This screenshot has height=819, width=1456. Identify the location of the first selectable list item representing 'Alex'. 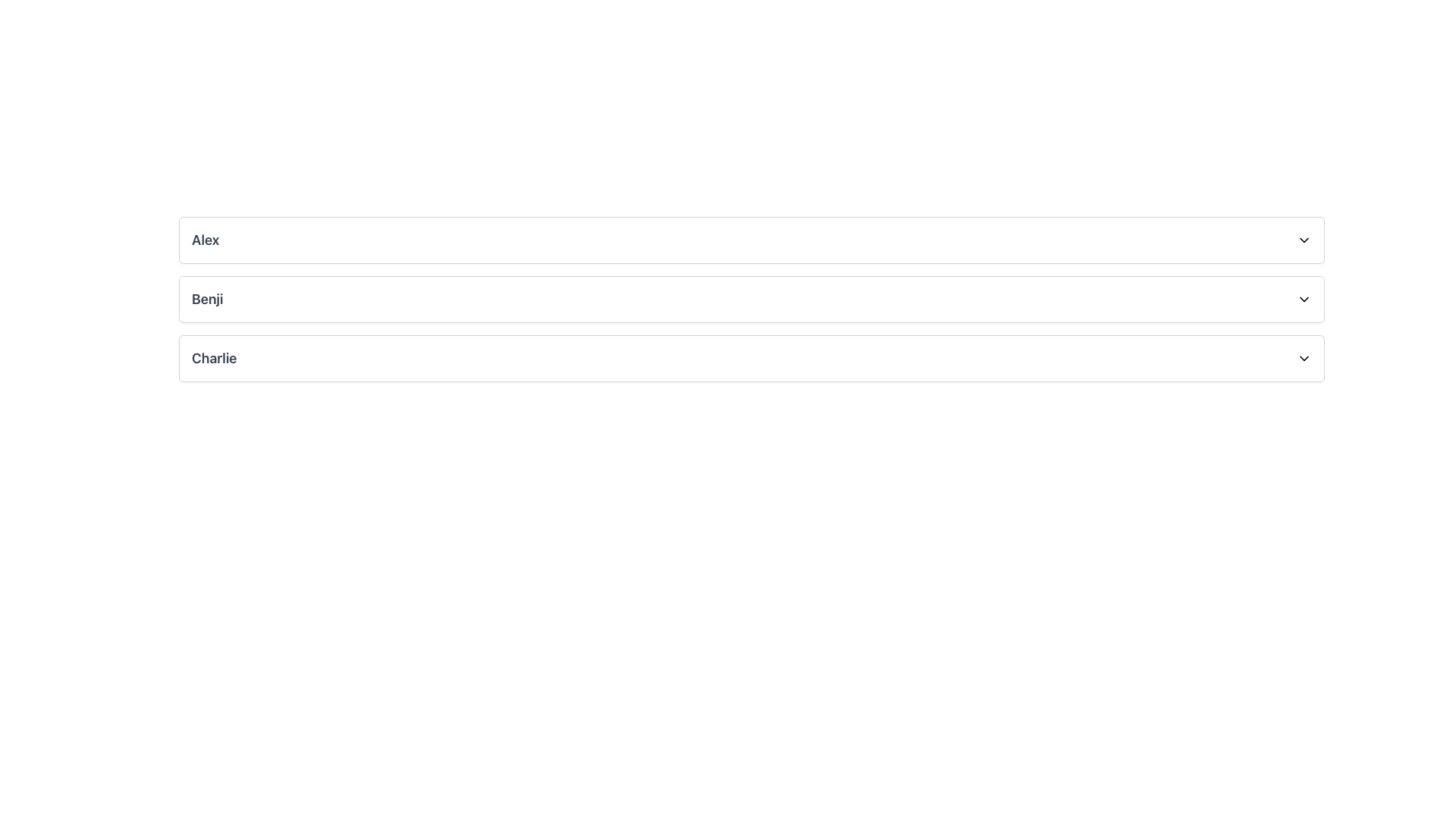
(752, 239).